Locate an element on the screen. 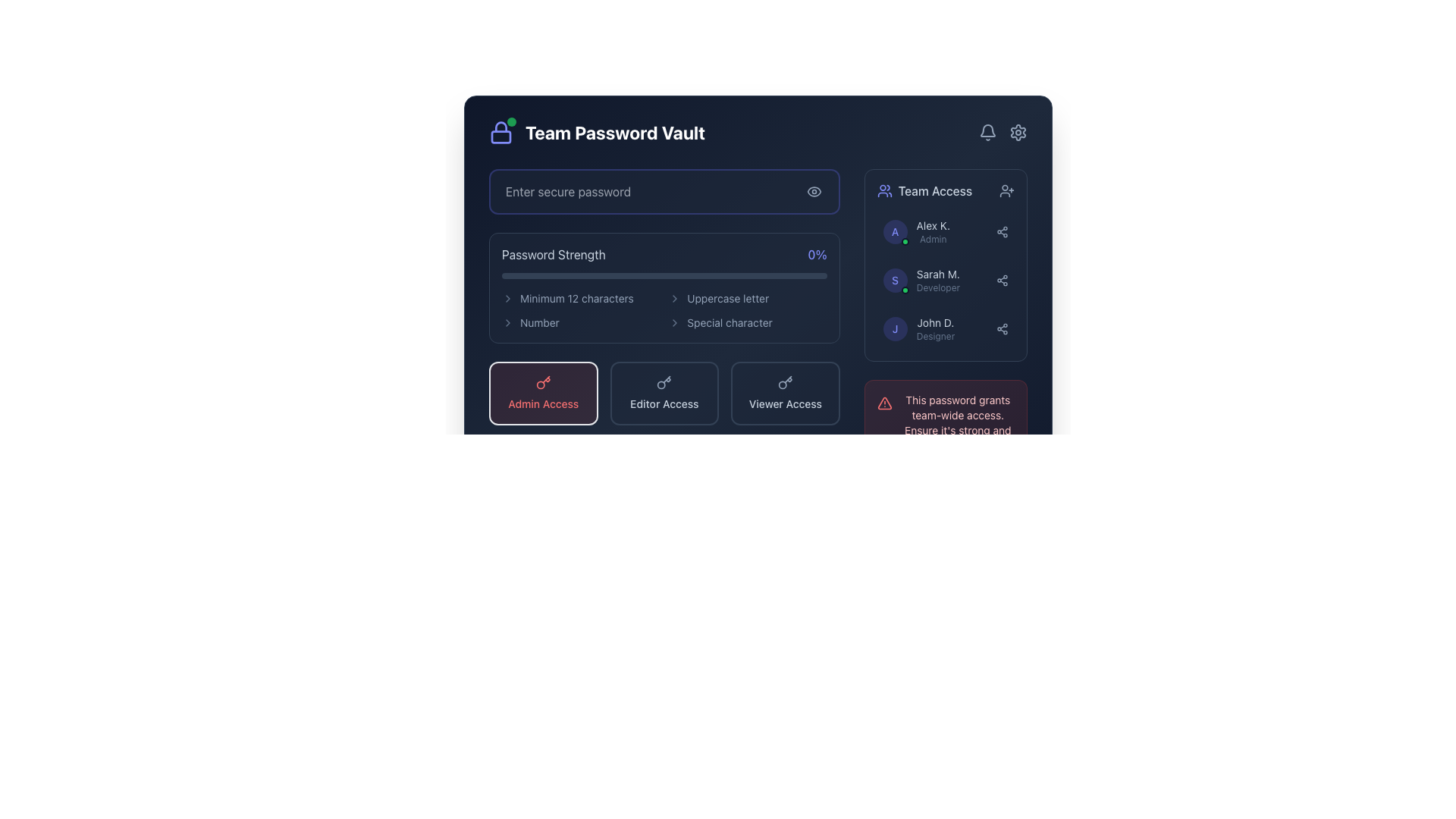 This screenshot has height=819, width=1456. the top component of the eye-shaped SVG icon that indicates a visibility toggle feature for password entry is located at coordinates (813, 191).